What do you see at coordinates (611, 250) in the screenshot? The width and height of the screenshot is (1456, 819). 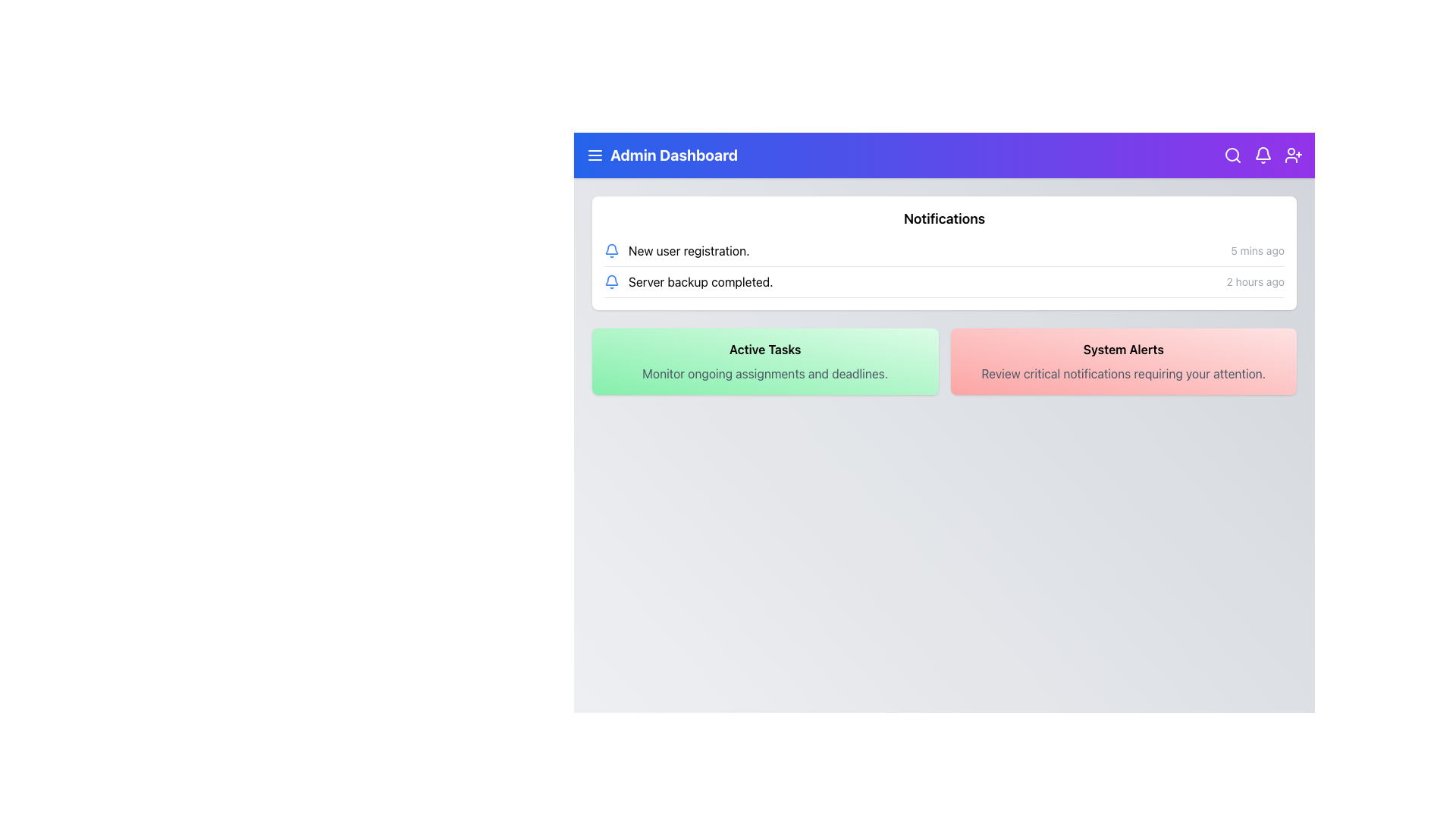 I see `the bell icon indicating notifications located in the topmost entry of the 'New user registration' notification list on the dashboard page` at bounding box center [611, 250].